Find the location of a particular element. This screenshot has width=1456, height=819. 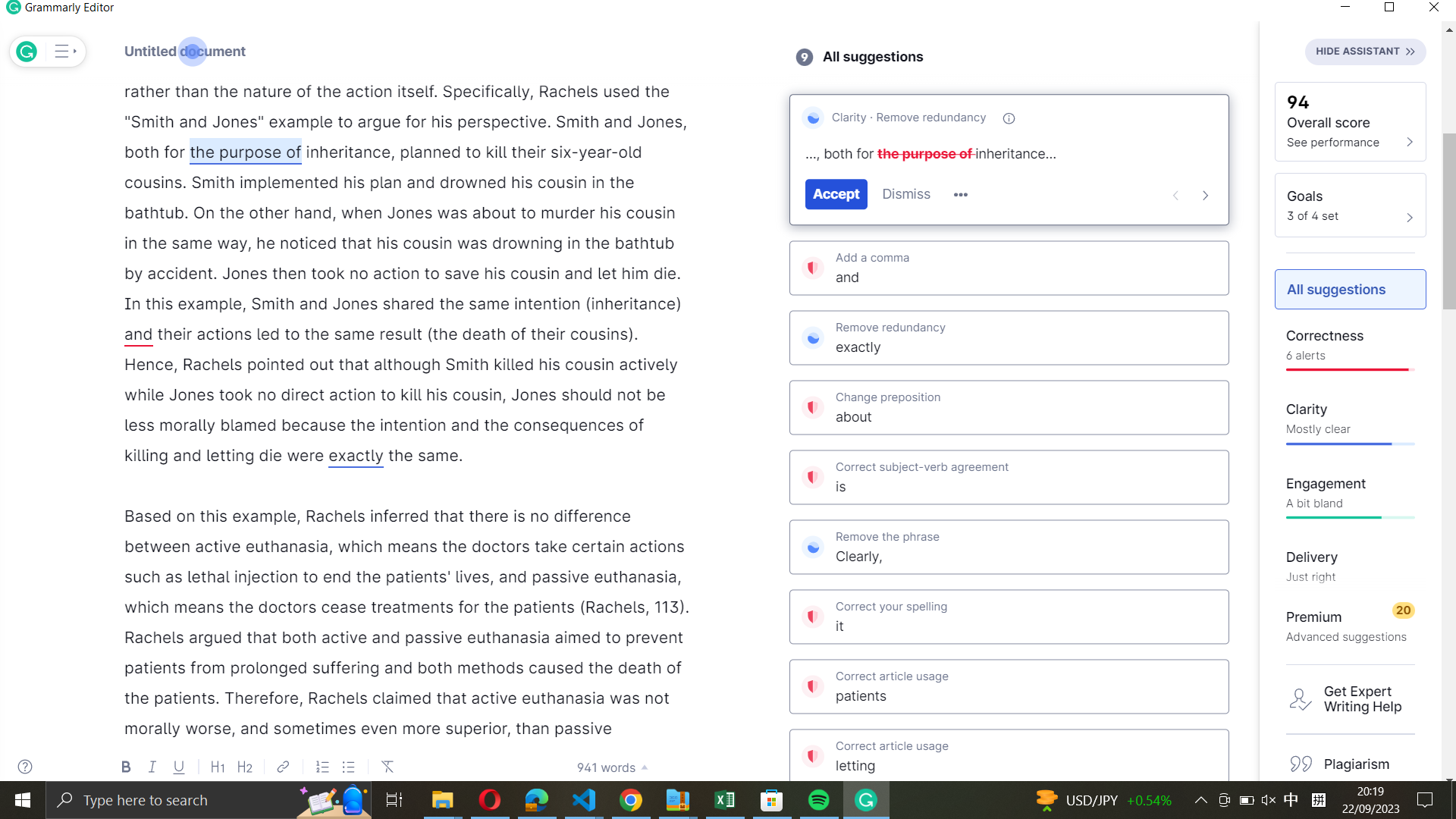

Extract the word "clearly" from the file text is located at coordinates (1009, 544).